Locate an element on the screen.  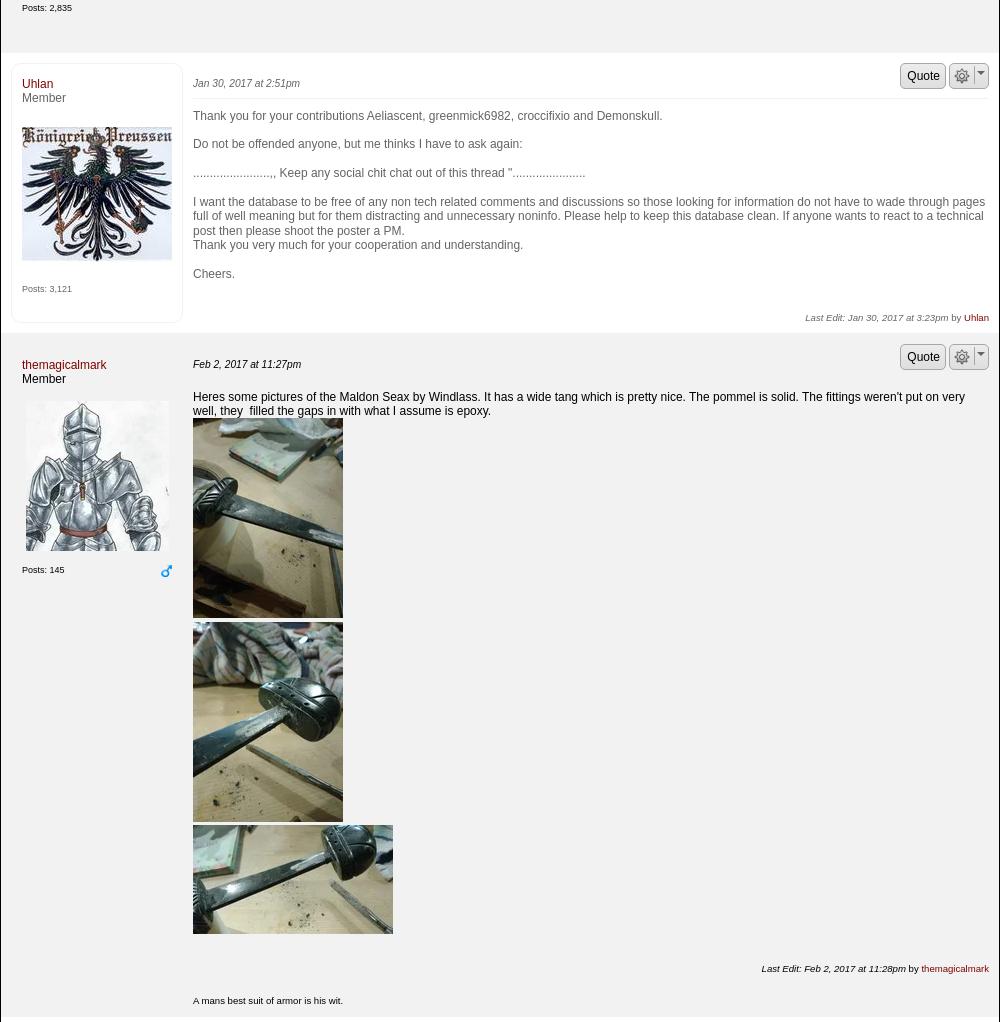
'Posts: 2,835' is located at coordinates (22, 6).